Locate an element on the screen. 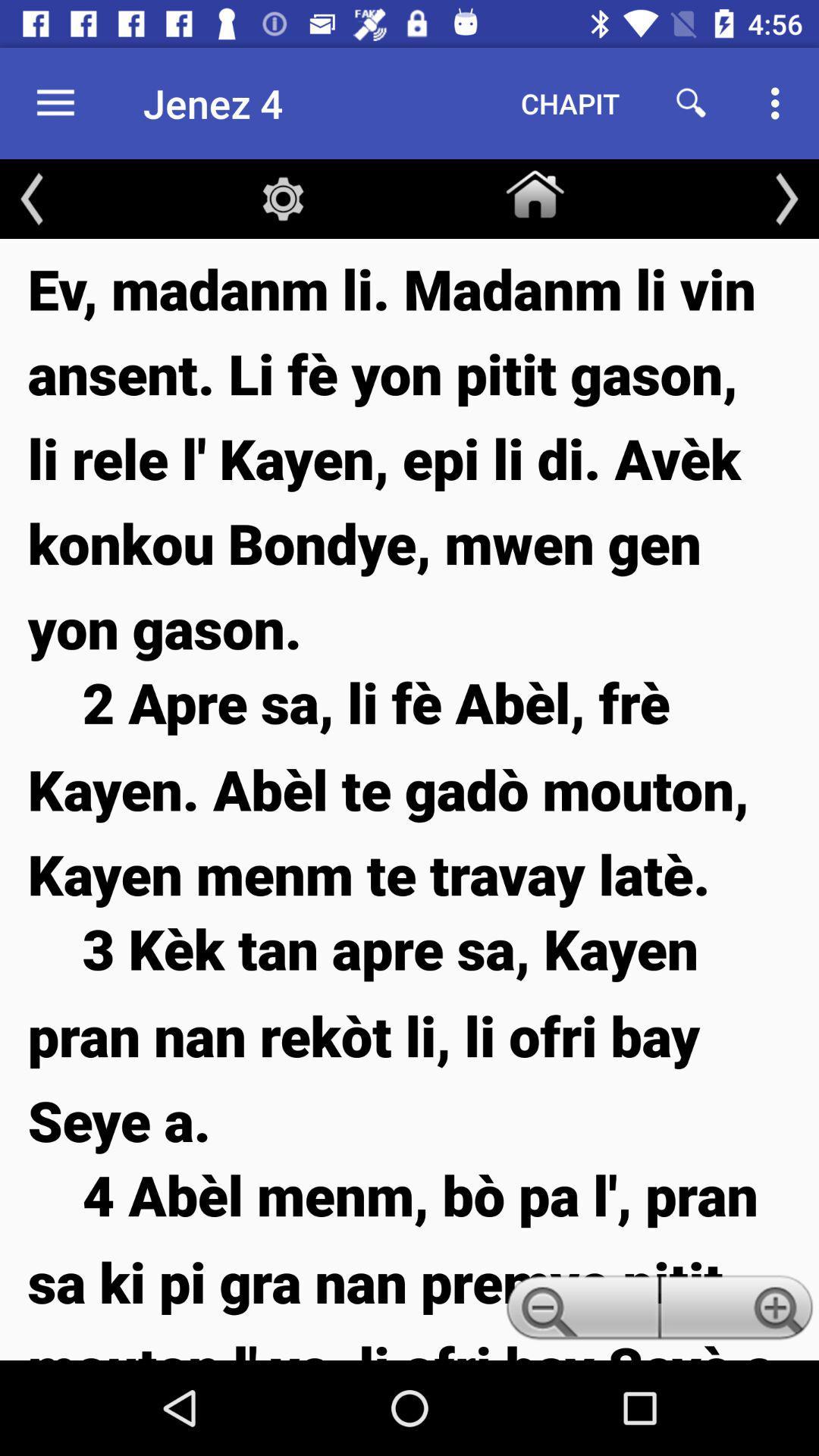  icon to the right of the jenez 4 icon is located at coordinates (570, 102).